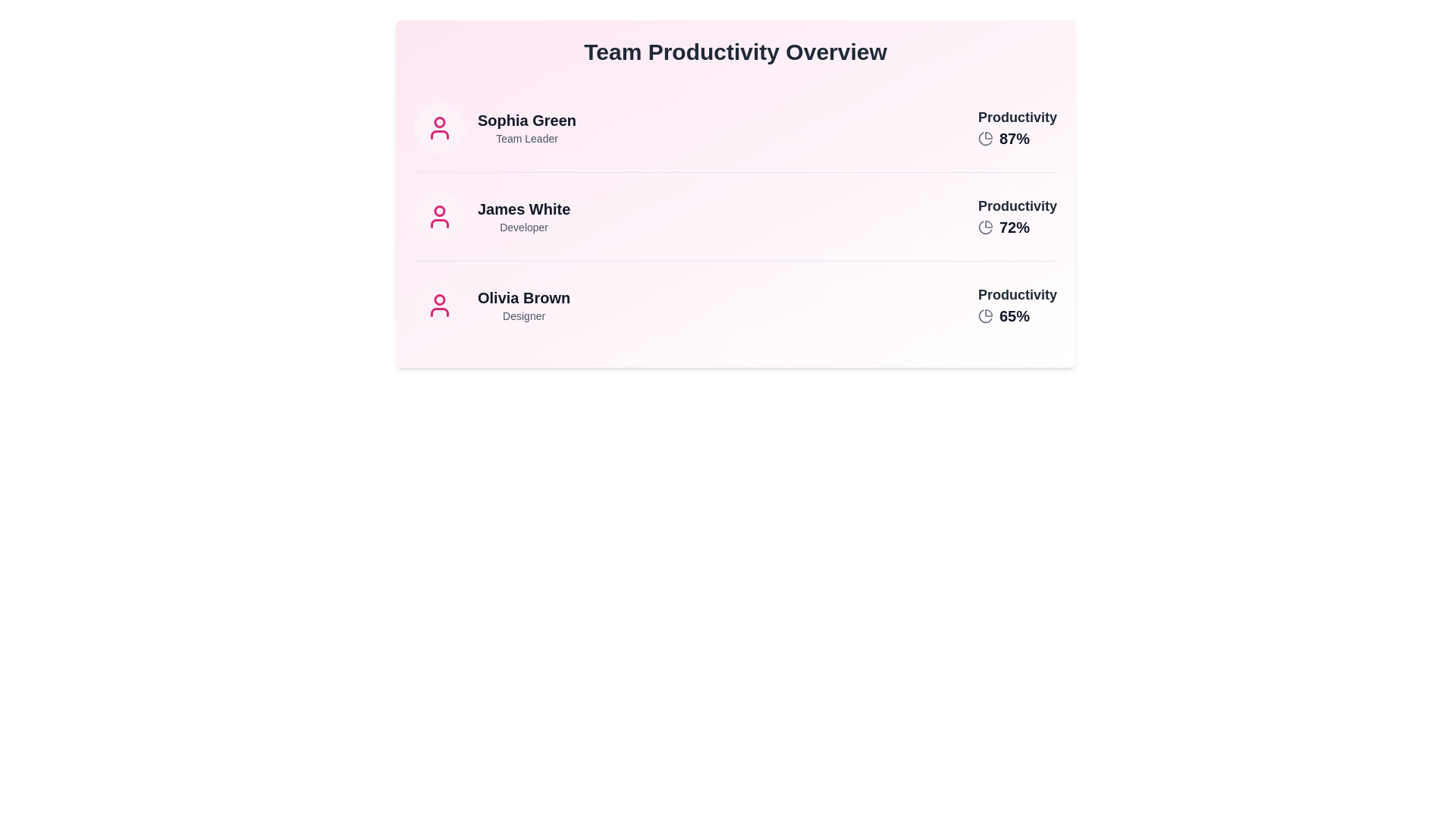 This screenshot has width=1456, height=819. What do you see at coordinates (492, 305) in the screenshot?
I see `the Profile card entry displaying the name and role of 'Olivia Brown,' which is the third entry in the team members list` at bounding box center [492, 305].